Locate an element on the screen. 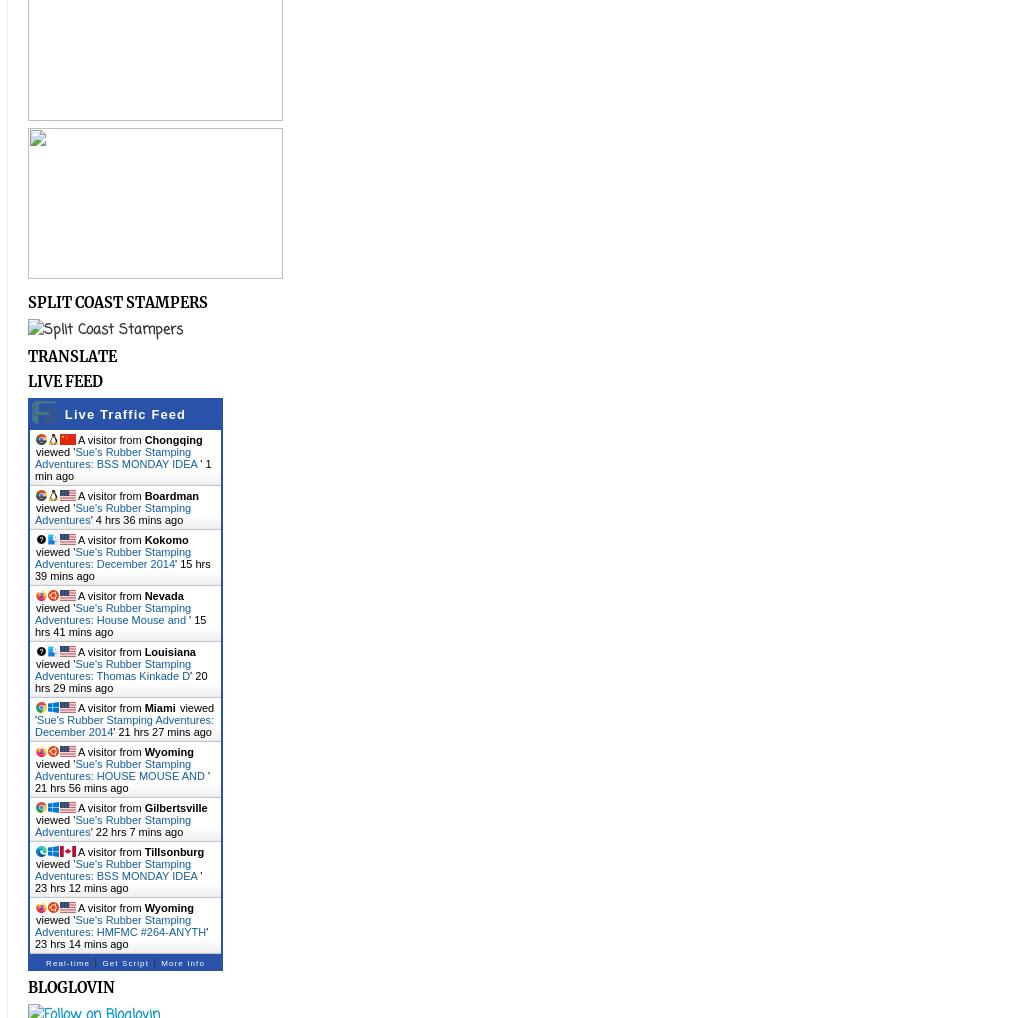 This screenshot has width=1028, height=1018. 'Sue's Rubber Stamping Adventures: Thomas Kinkade D' is located at coordinates (111, 670).